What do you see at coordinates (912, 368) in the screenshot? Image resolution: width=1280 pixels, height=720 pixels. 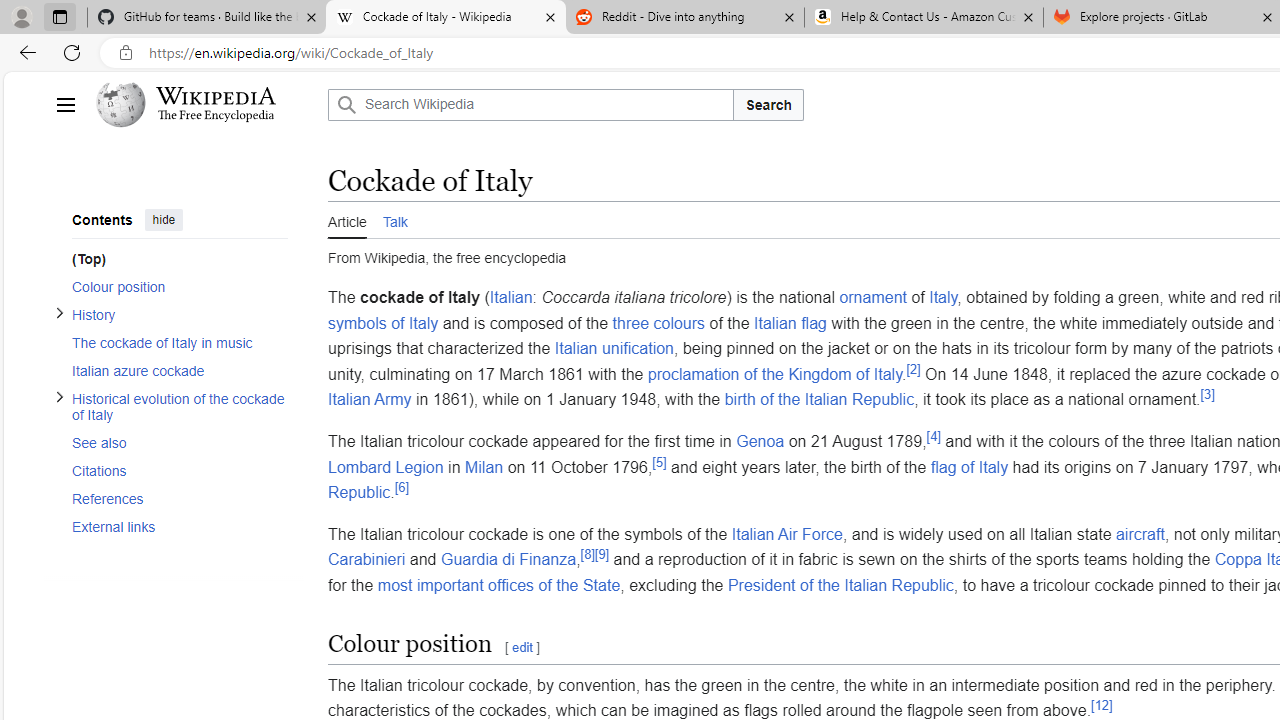 I see `'[2]'` at bounding box center [912, 368].